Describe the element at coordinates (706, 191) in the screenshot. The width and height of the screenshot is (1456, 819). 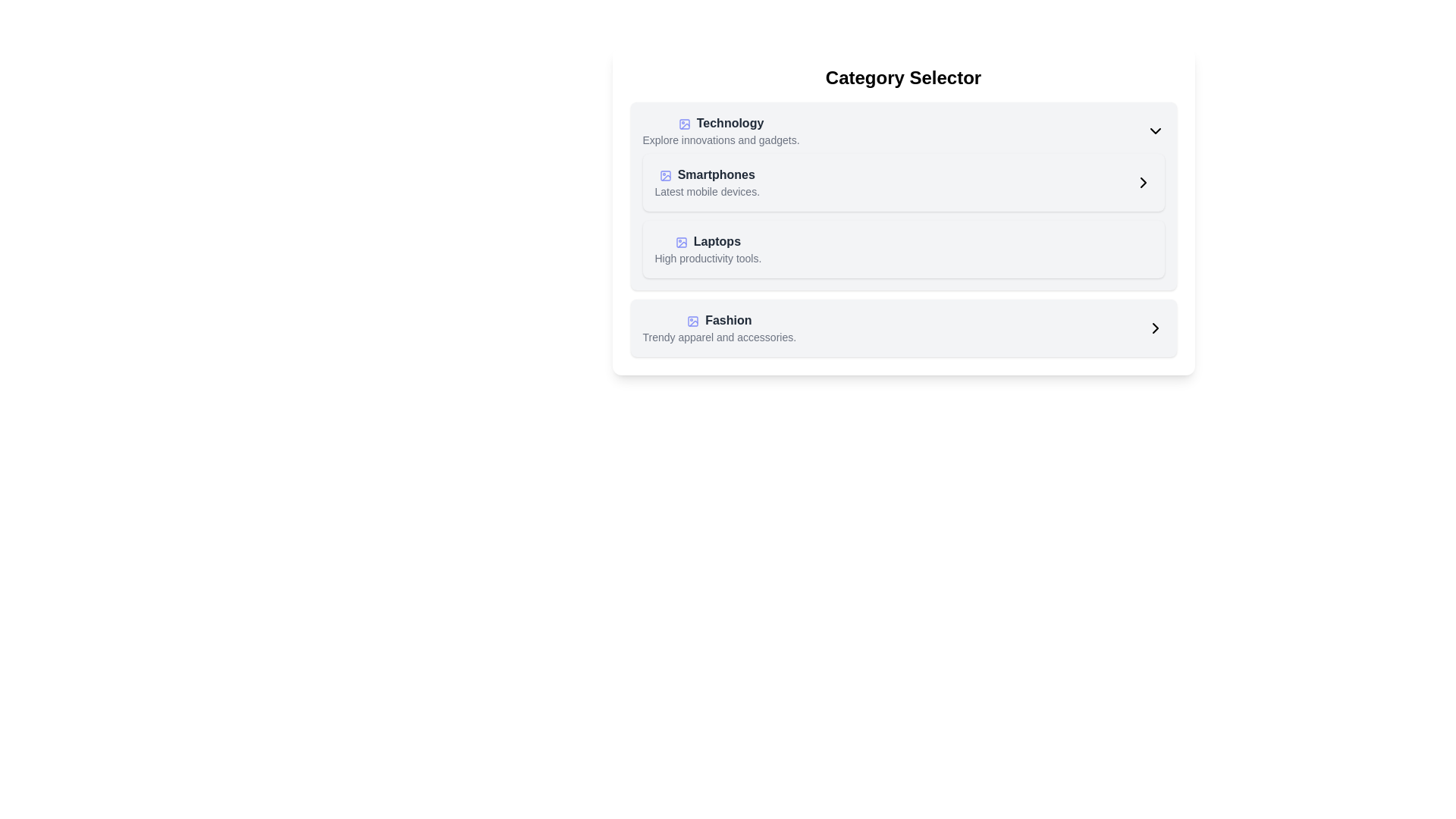
I see `the informational text element located below the 'Smartphones' title in the 'Category Selector'` at that location.